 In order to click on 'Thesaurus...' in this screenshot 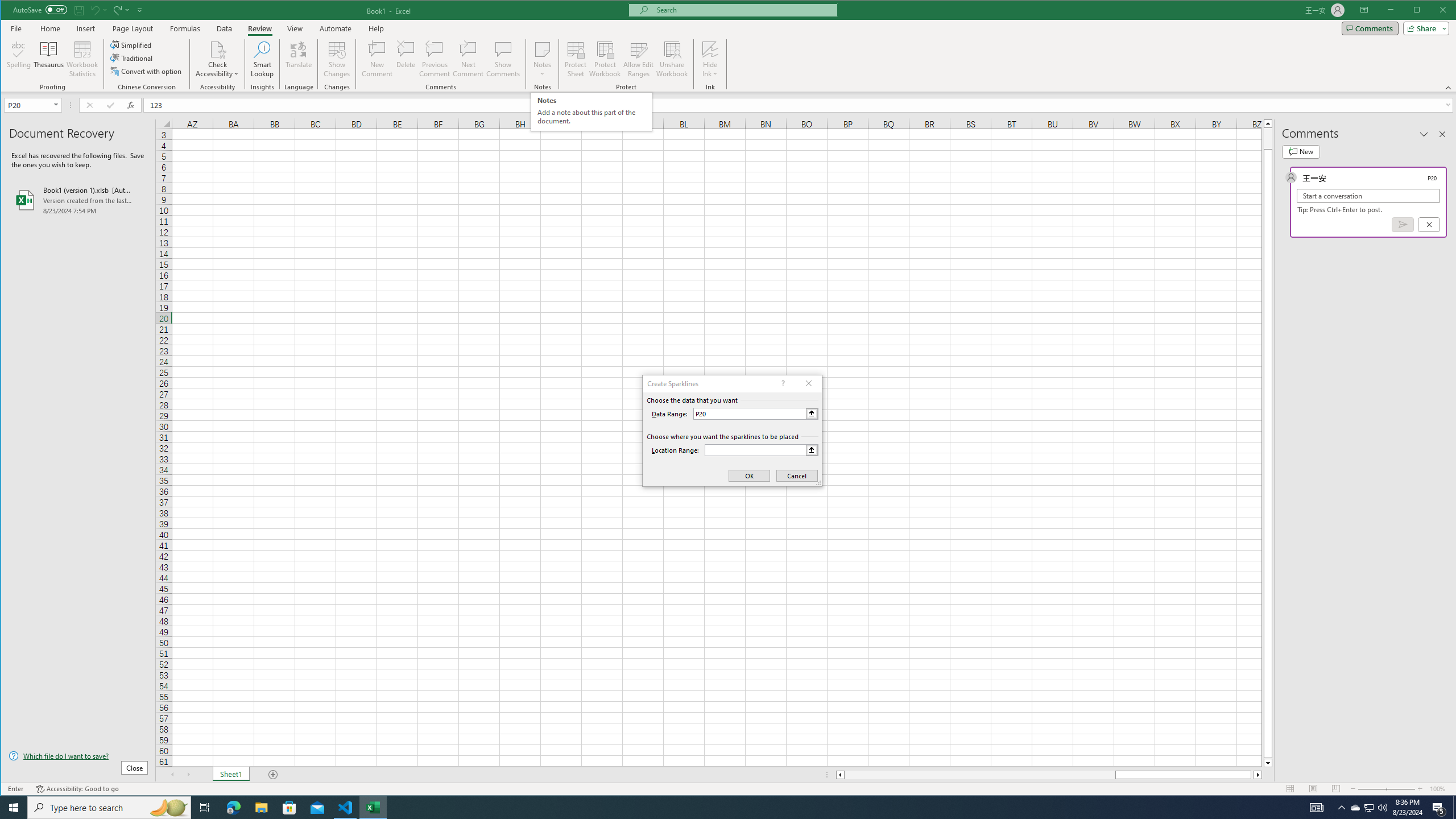, I will do `click(48, 59)`.